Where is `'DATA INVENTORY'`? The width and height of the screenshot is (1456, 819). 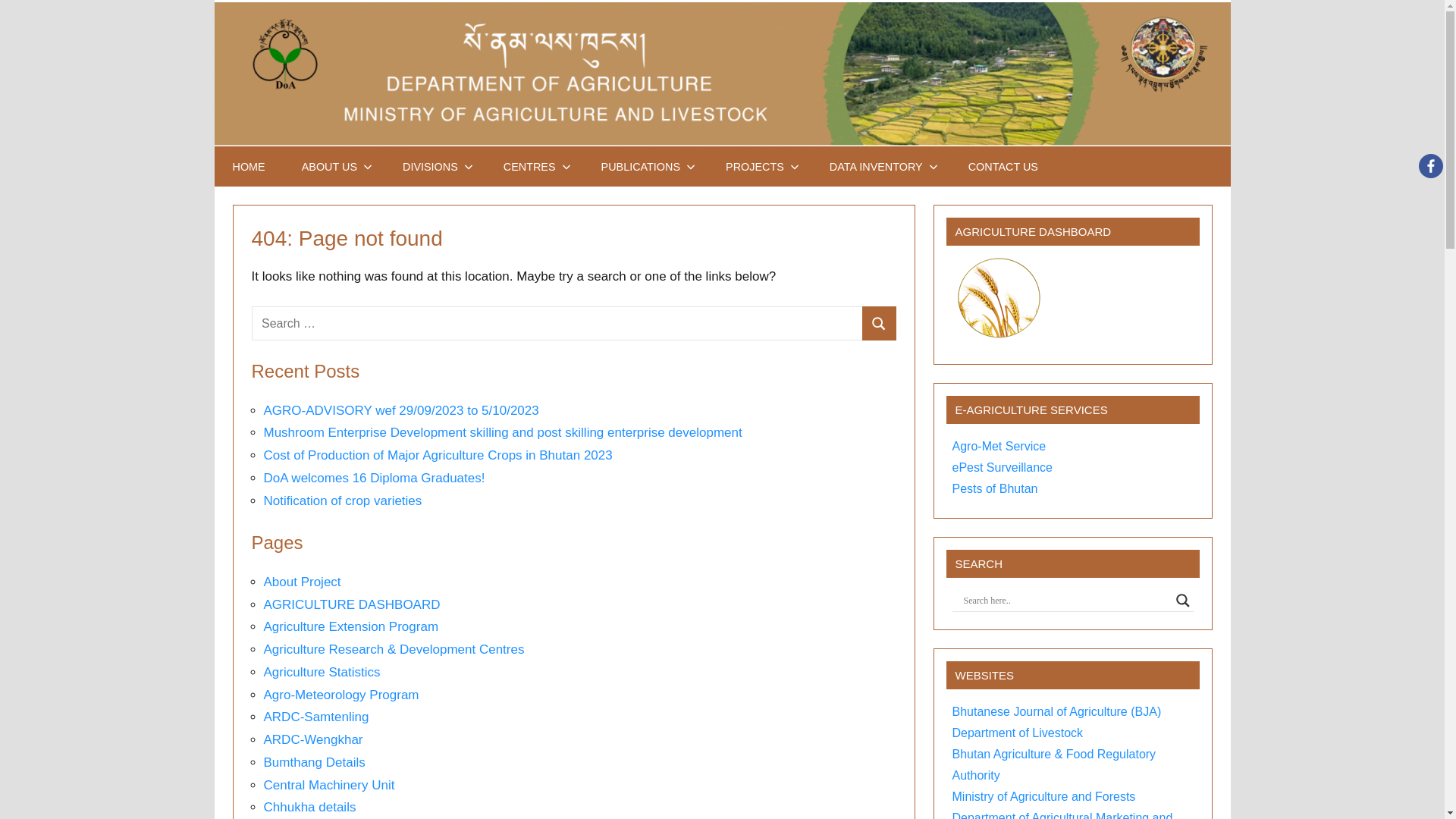
'DATA INVENTORY' is located at coordinates (880, 166).